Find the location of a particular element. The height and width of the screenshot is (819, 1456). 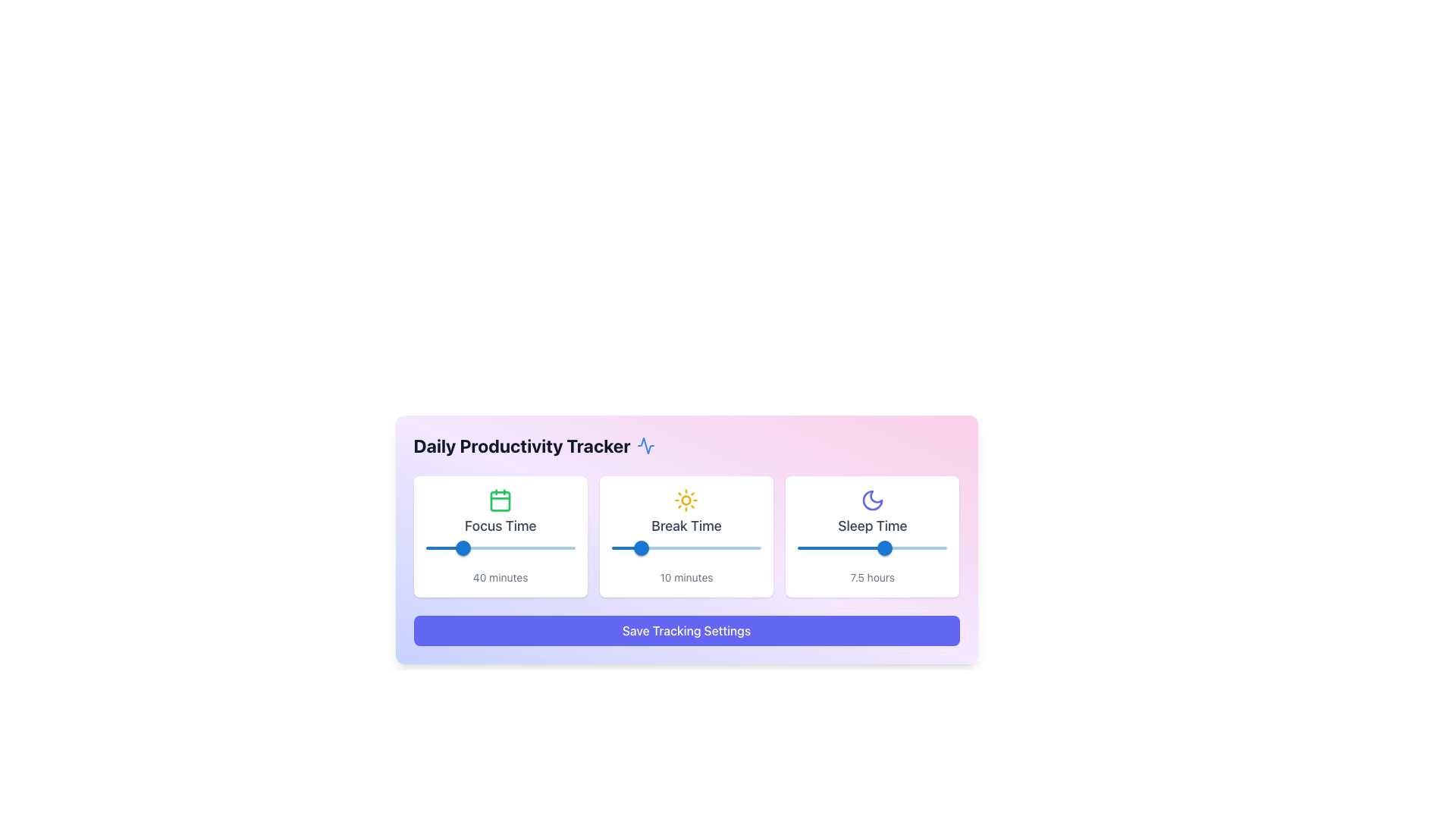

the Text Label displaying '40 minutes' located beneath the slider in the 'Focus Time' section is located at coordinates (500, 578).